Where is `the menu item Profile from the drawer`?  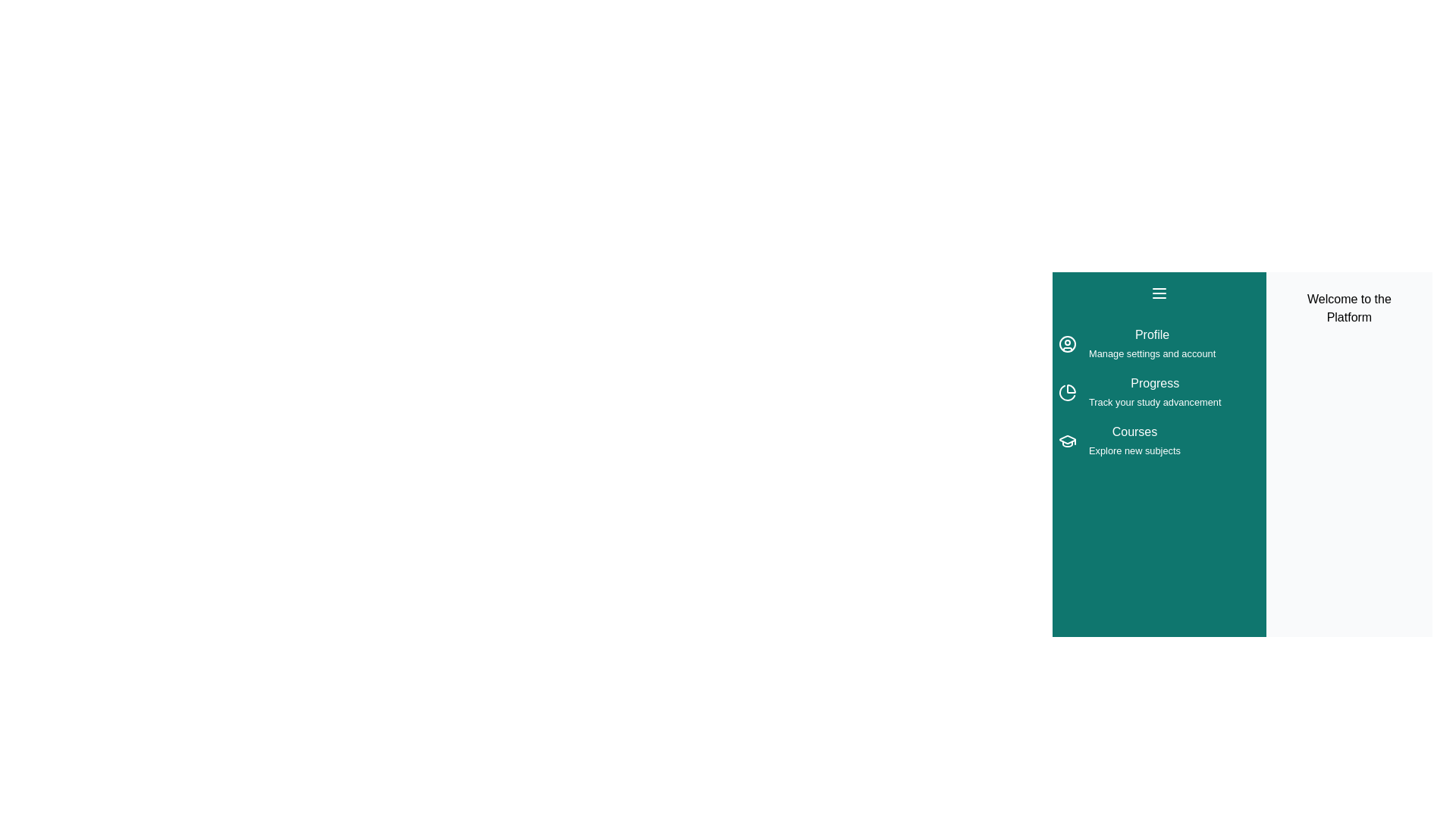
the menu item Profile from the drawer is located at coordinates (1066, 344).